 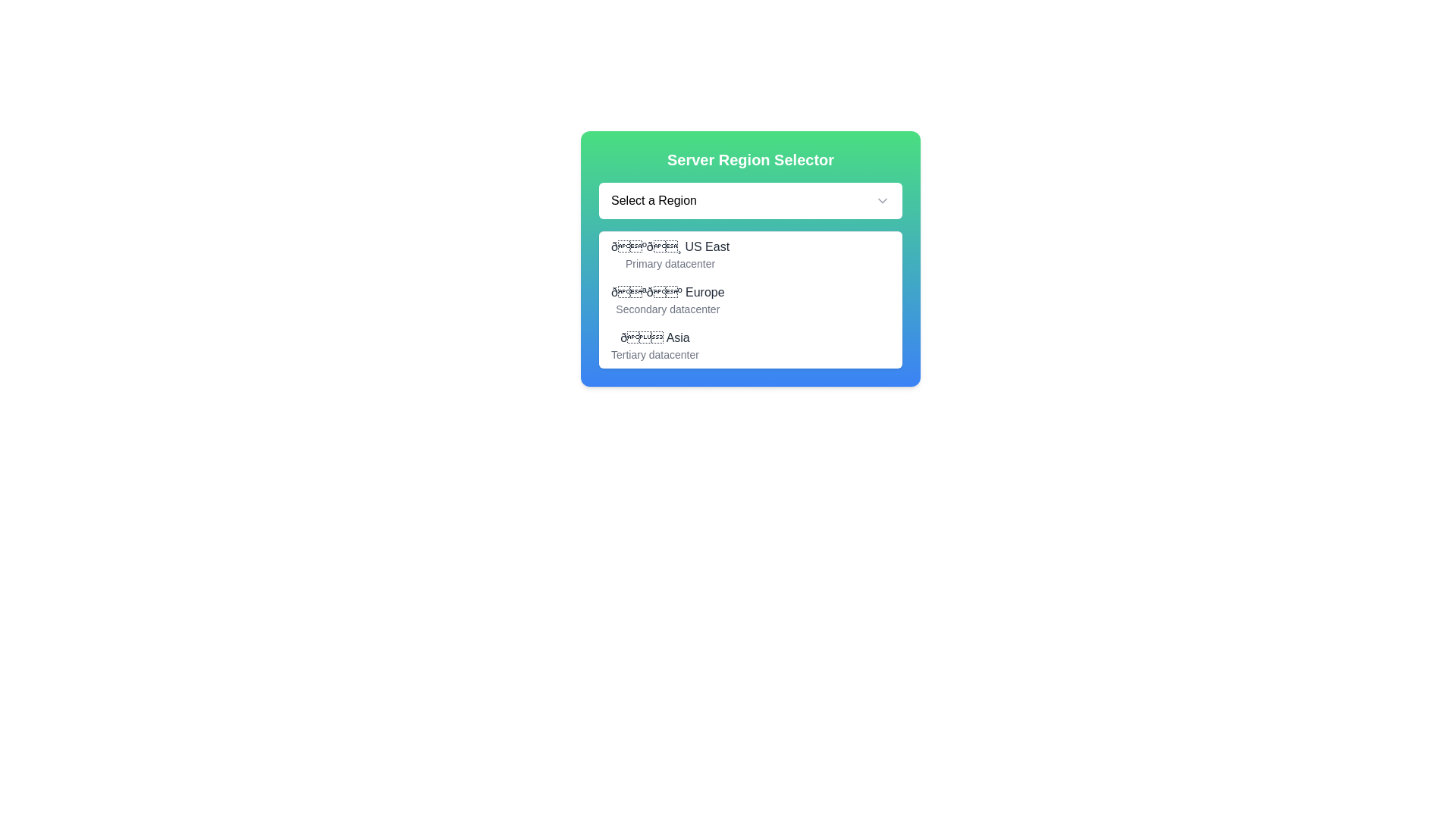 I want to click on the text label containing '🇪🇺 Europe' located in the dropdown menu, so click(x=667, y=292).